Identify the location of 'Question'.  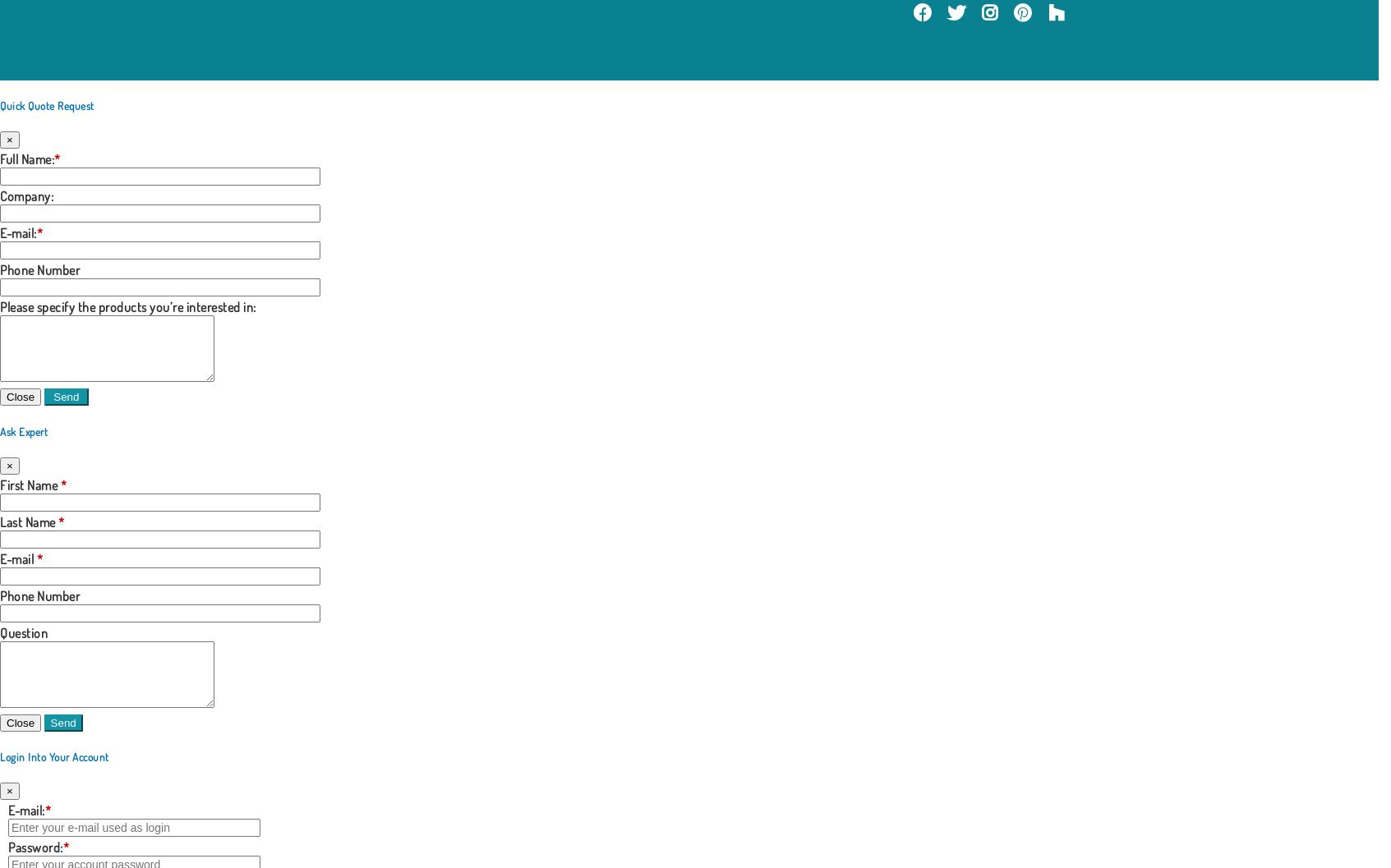
(22, 632).